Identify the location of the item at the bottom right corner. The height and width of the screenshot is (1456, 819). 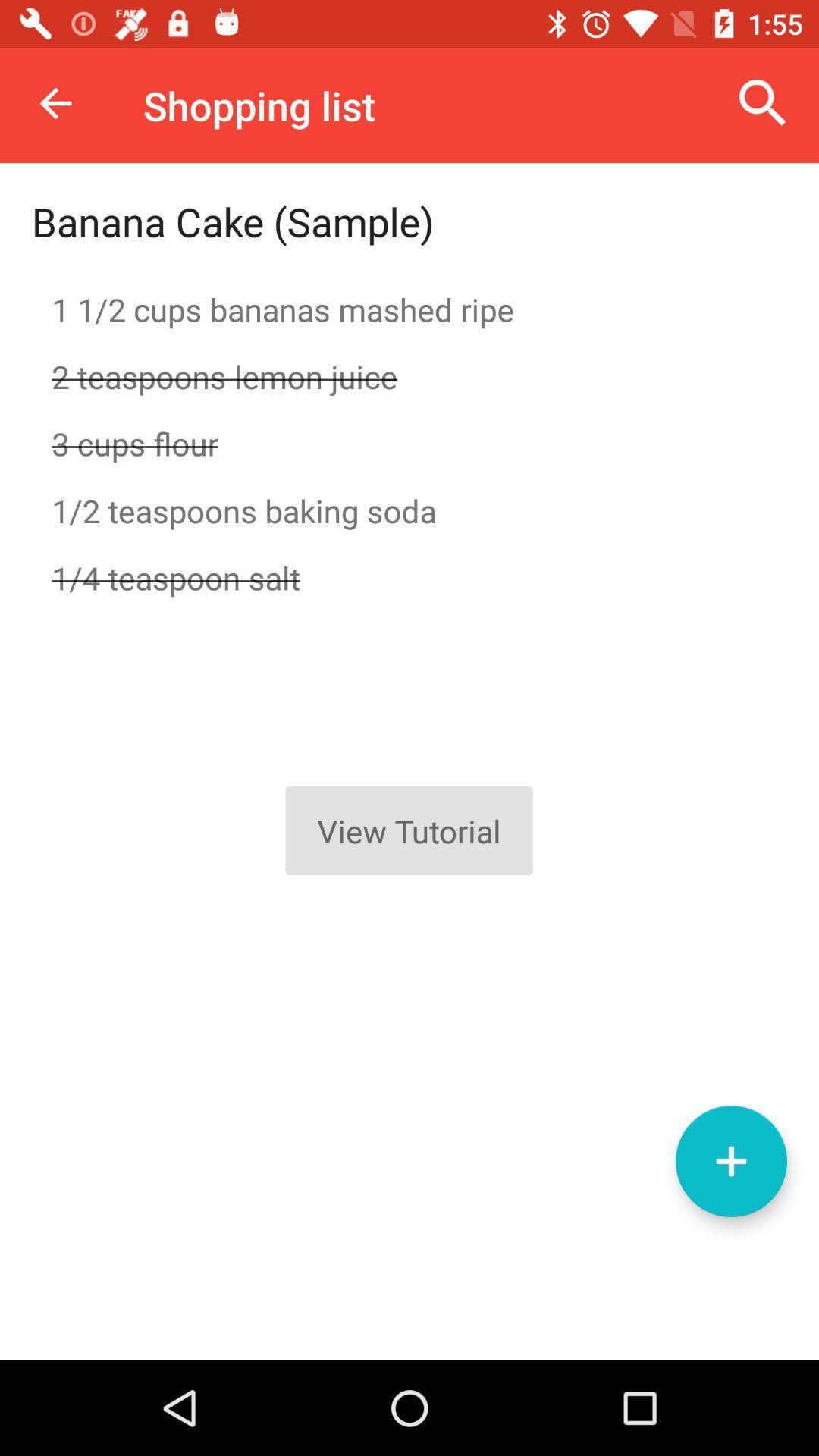
(730, 1160).